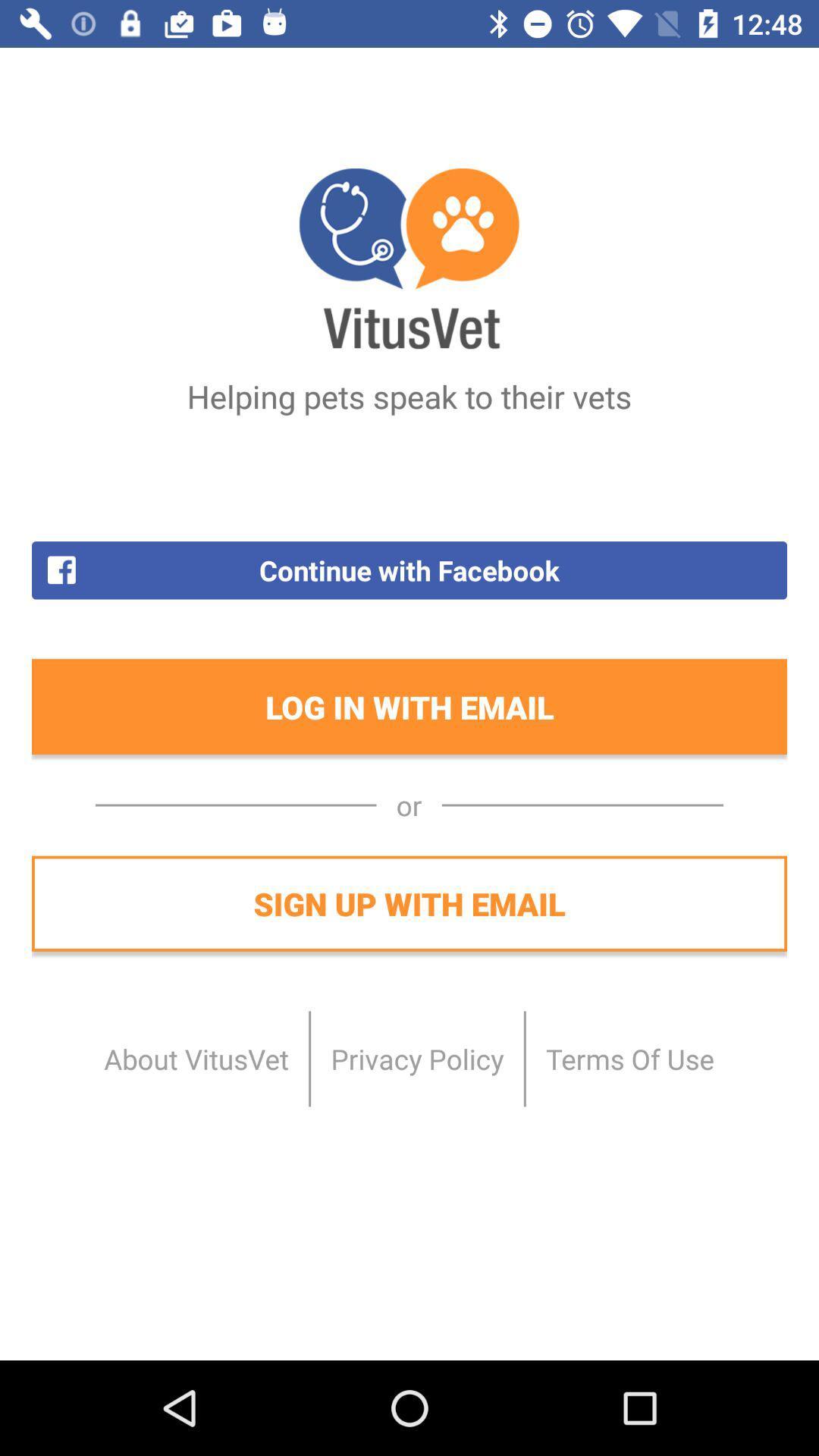 The height and width of the screenshot is (1456, 819). What do you see at coordinates (417, 1058) in the screenshot?
I see `privacy policy item` at bounding box center [417, 1058].